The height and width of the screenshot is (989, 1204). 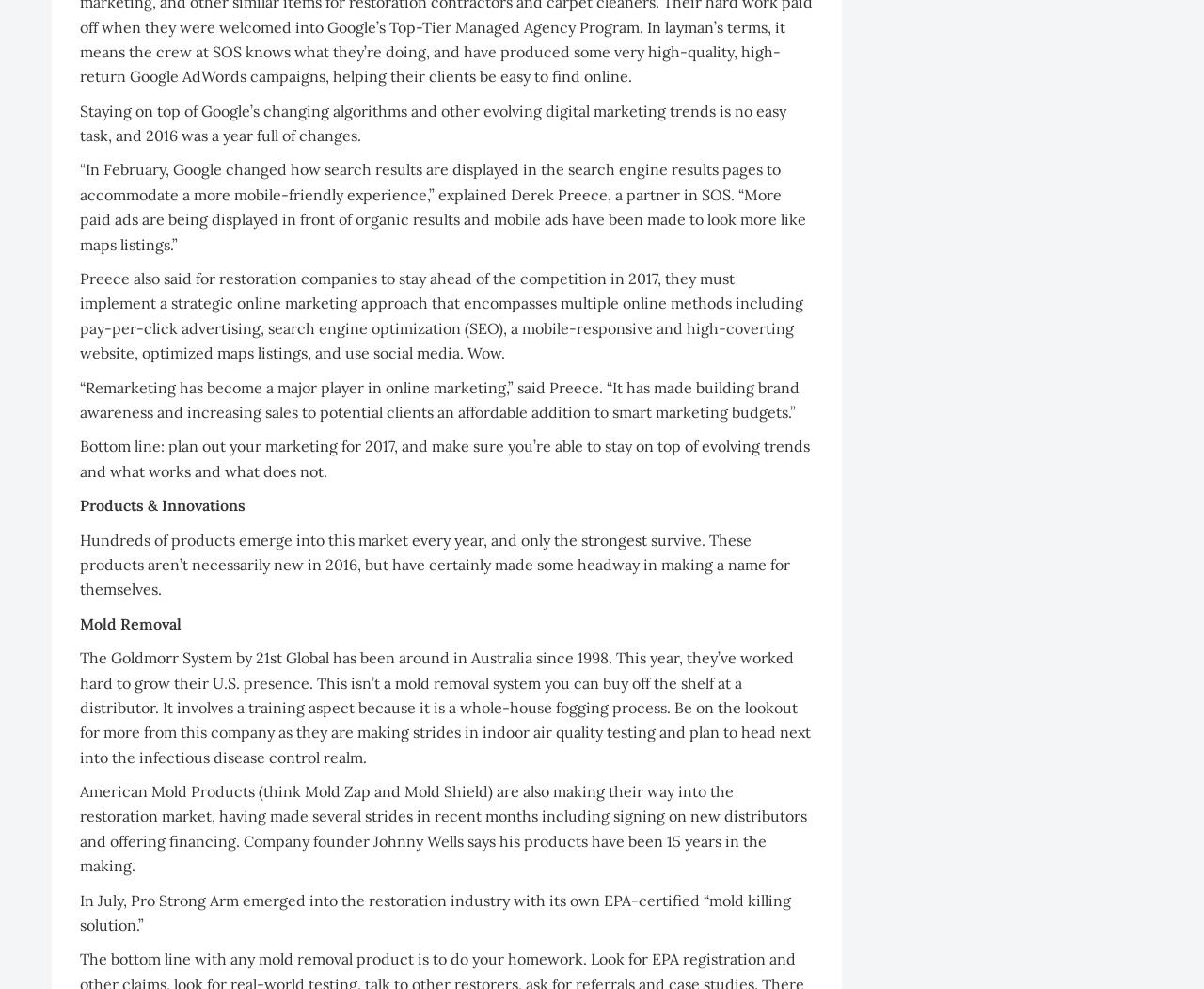 I want to click on 'Products & Innovations', so click(x=163, y=503).